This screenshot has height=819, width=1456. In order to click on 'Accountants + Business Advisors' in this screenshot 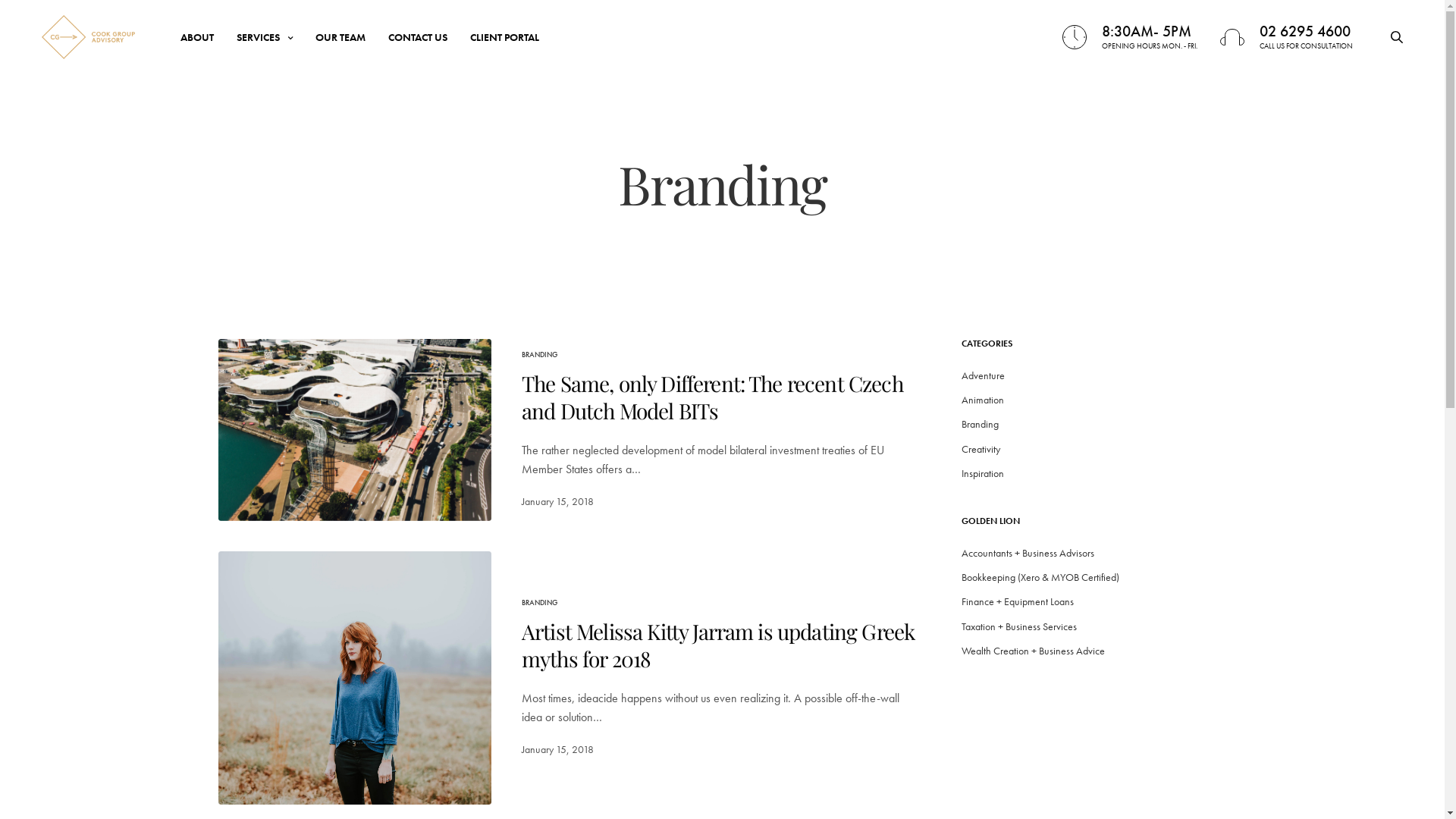, I will do `click(1028, 553)`.